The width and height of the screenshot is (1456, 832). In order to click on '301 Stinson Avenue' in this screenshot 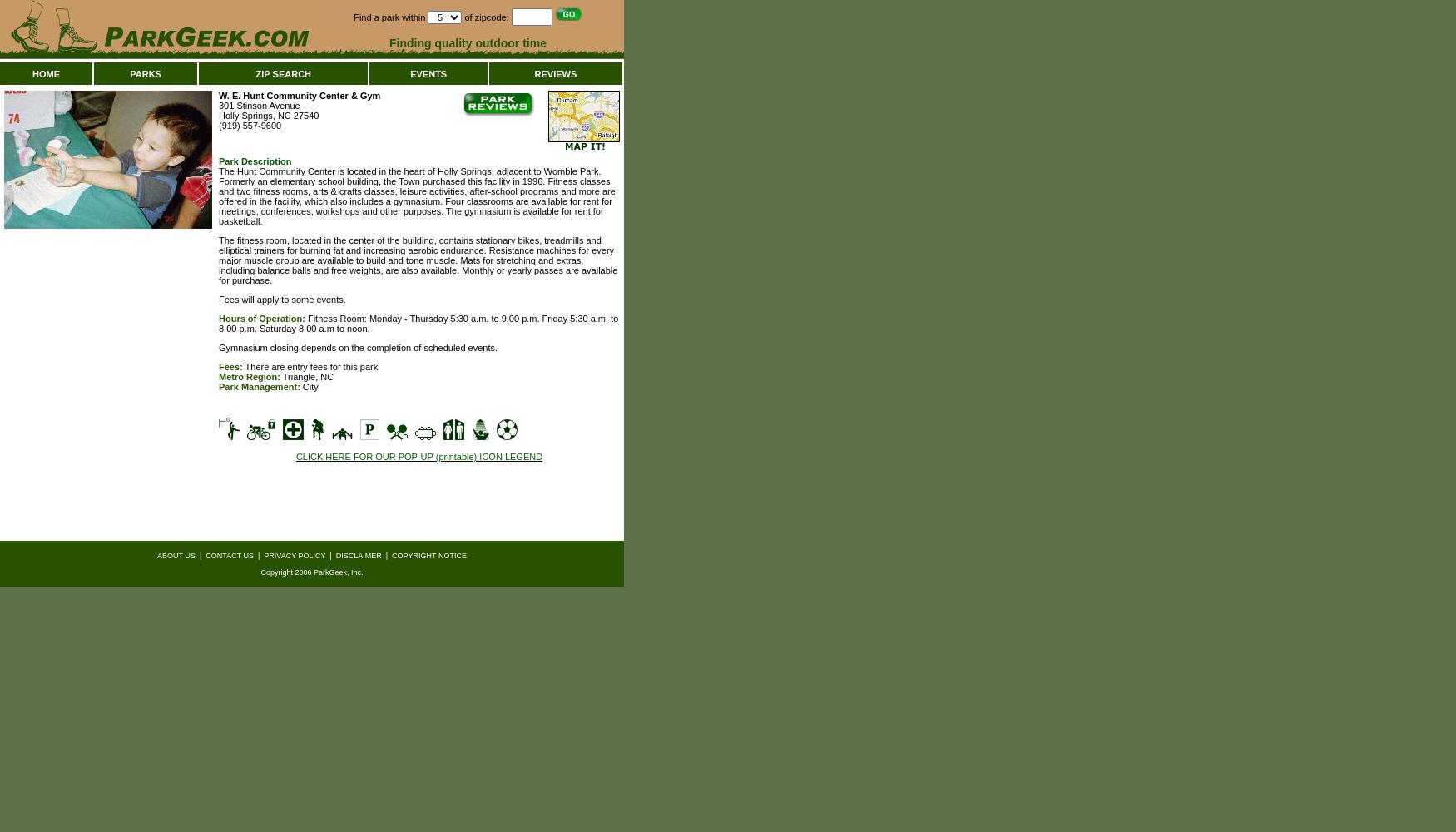, I will do `click(258, 106)`.